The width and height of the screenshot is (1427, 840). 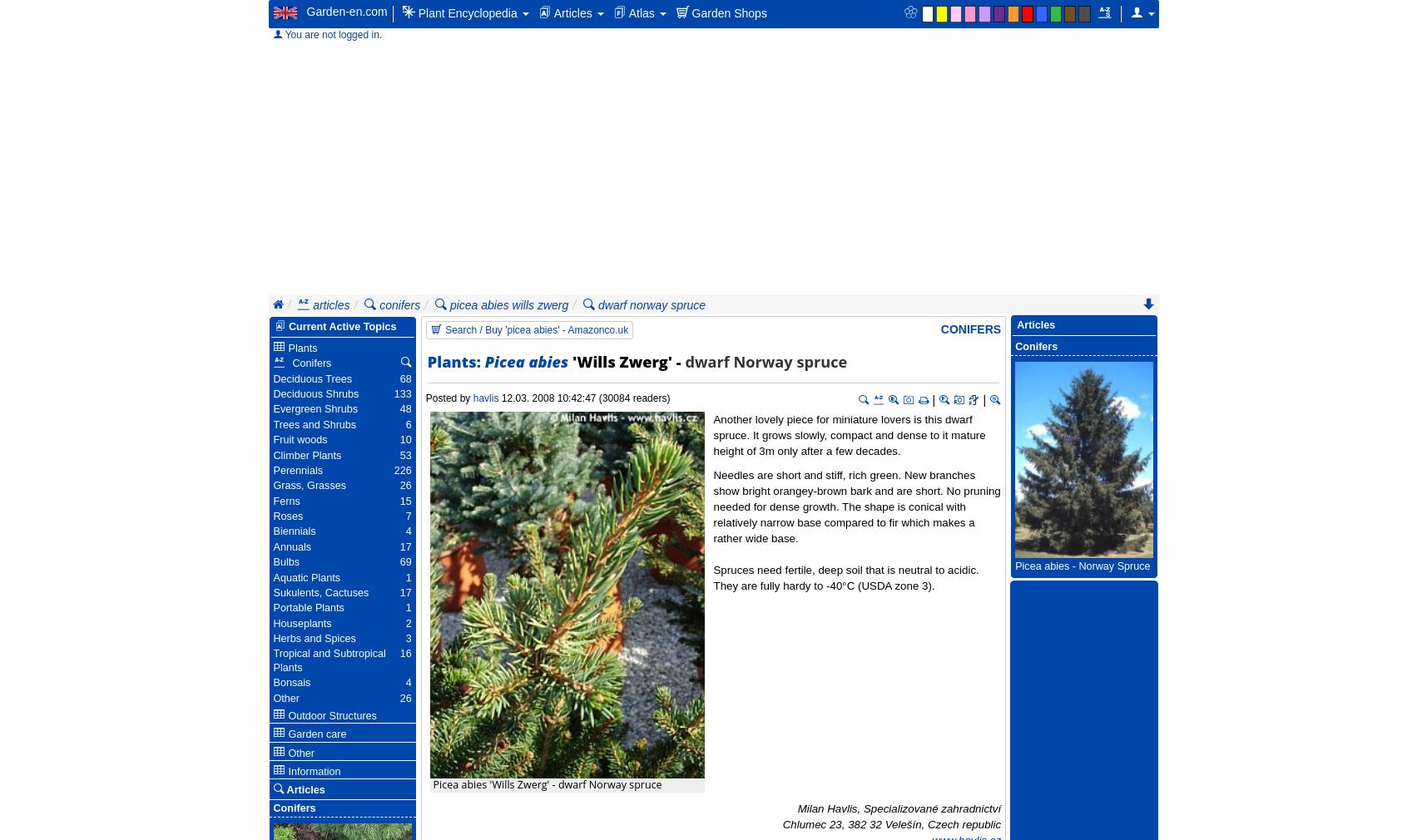 What do you see at coordinates (526, 362) in the screenshot?
I see `'Picea abies'` at bounding box center [526, 362].